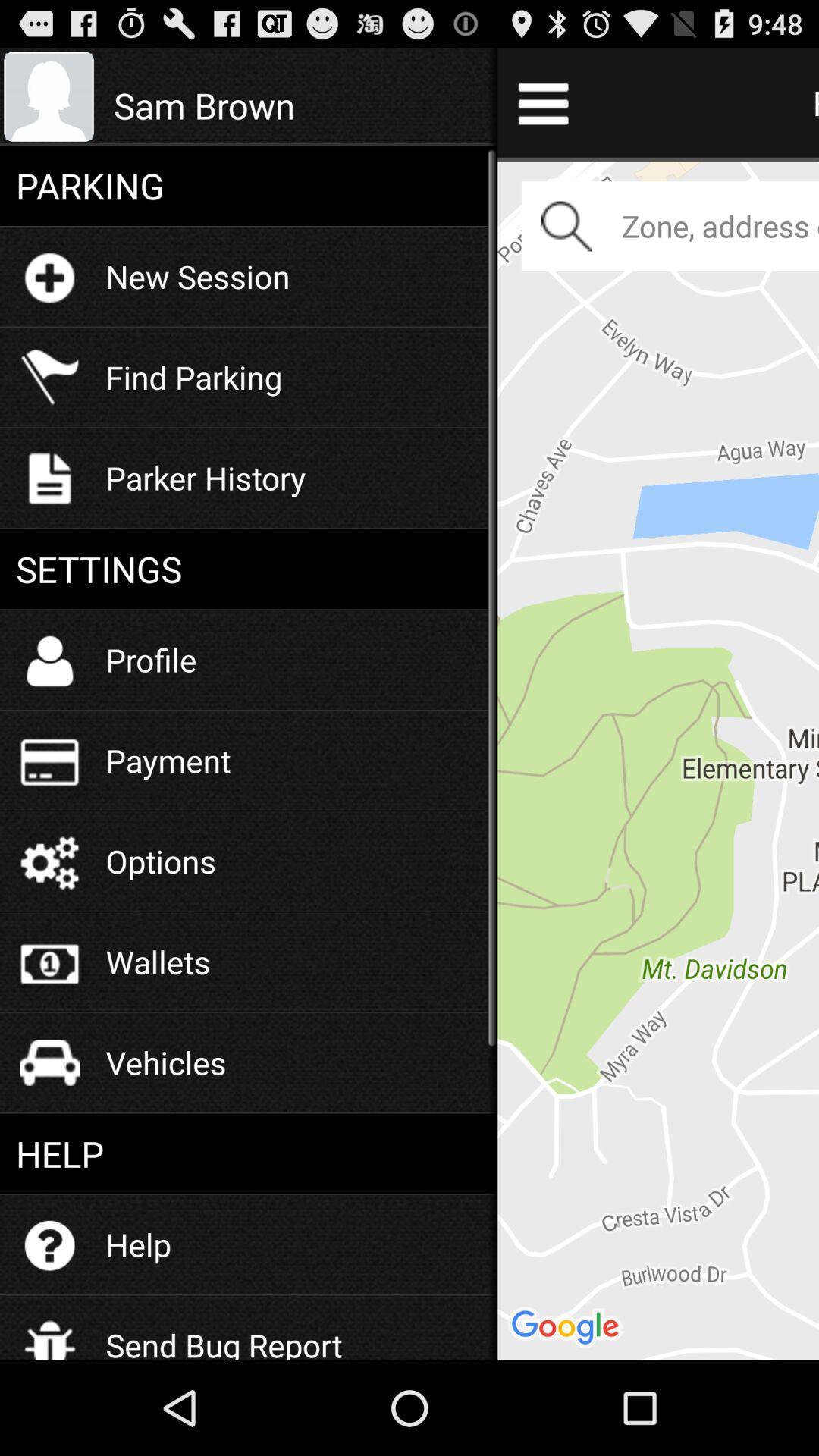  Describe the element at coordinates (49, 96) in the screenshot. I see `the icon which is left to the text sam brown` at that location.